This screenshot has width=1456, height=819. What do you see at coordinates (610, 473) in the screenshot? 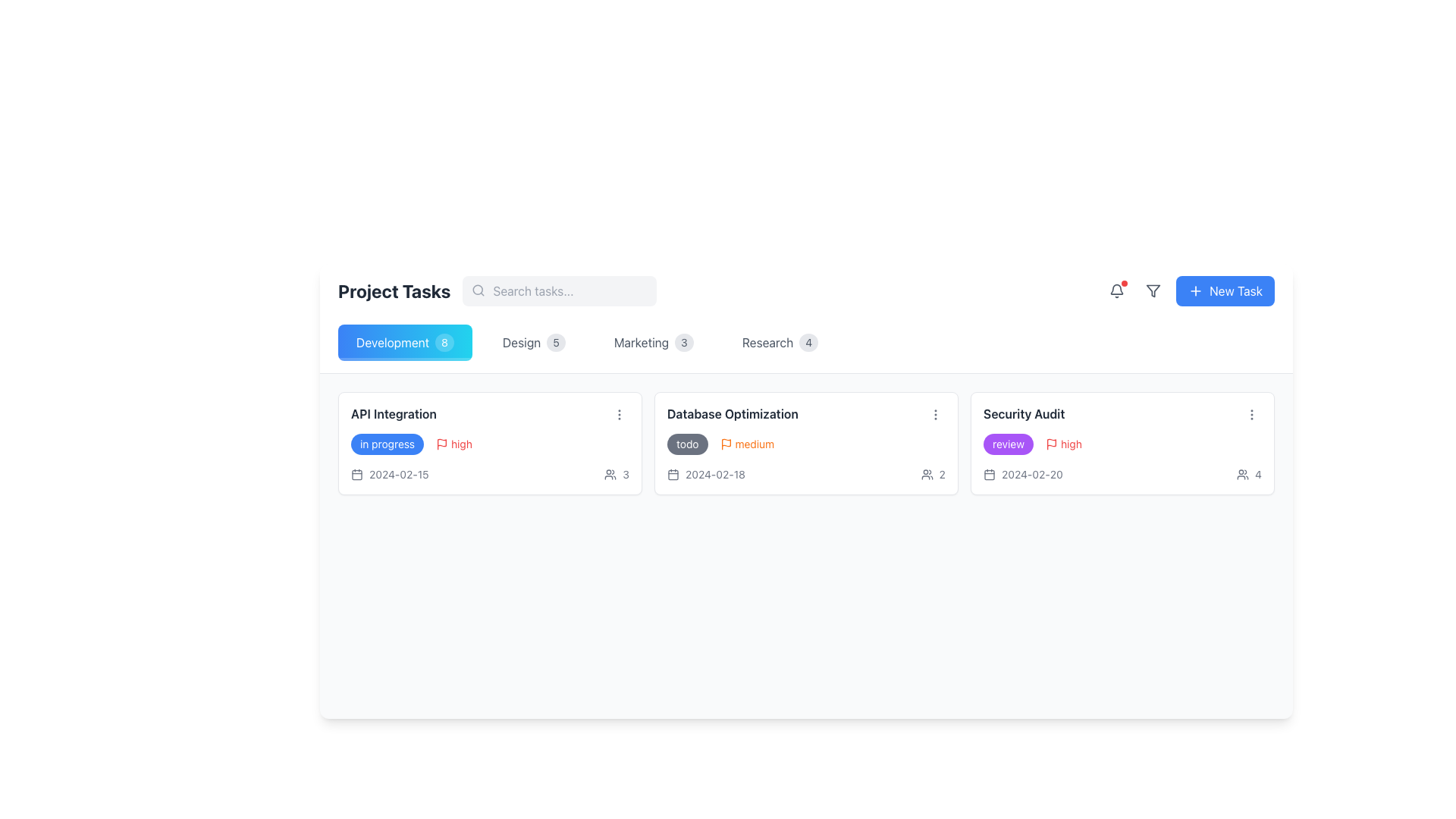
I see `the collaboration icon located in the top right corner of the task interface, adjacent to the numeric text element '3'` at bounding box center [610, 473].